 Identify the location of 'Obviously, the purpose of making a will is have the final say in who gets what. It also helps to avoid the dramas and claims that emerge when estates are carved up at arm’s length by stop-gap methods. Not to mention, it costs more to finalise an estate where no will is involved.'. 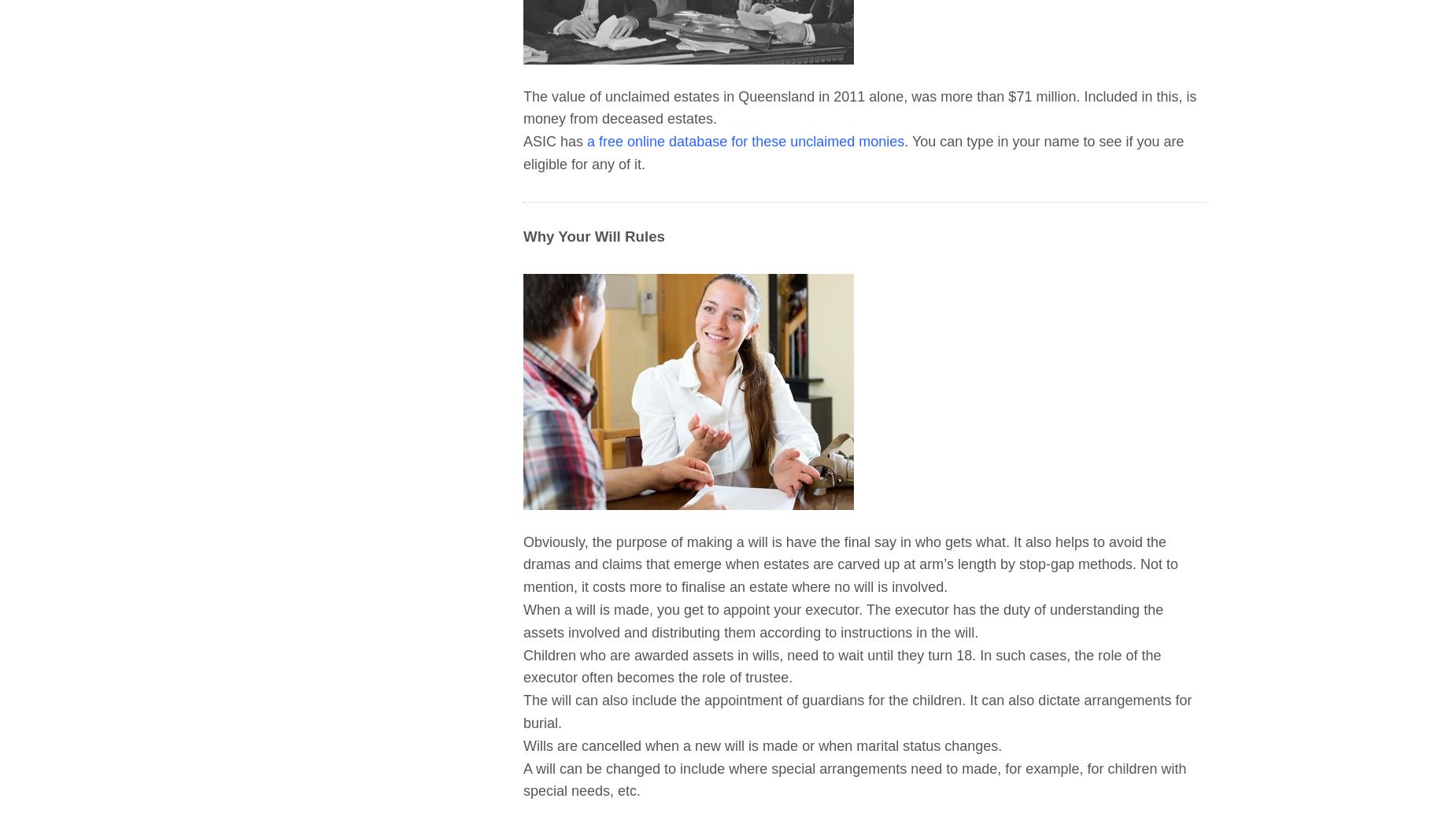
(849, 564).